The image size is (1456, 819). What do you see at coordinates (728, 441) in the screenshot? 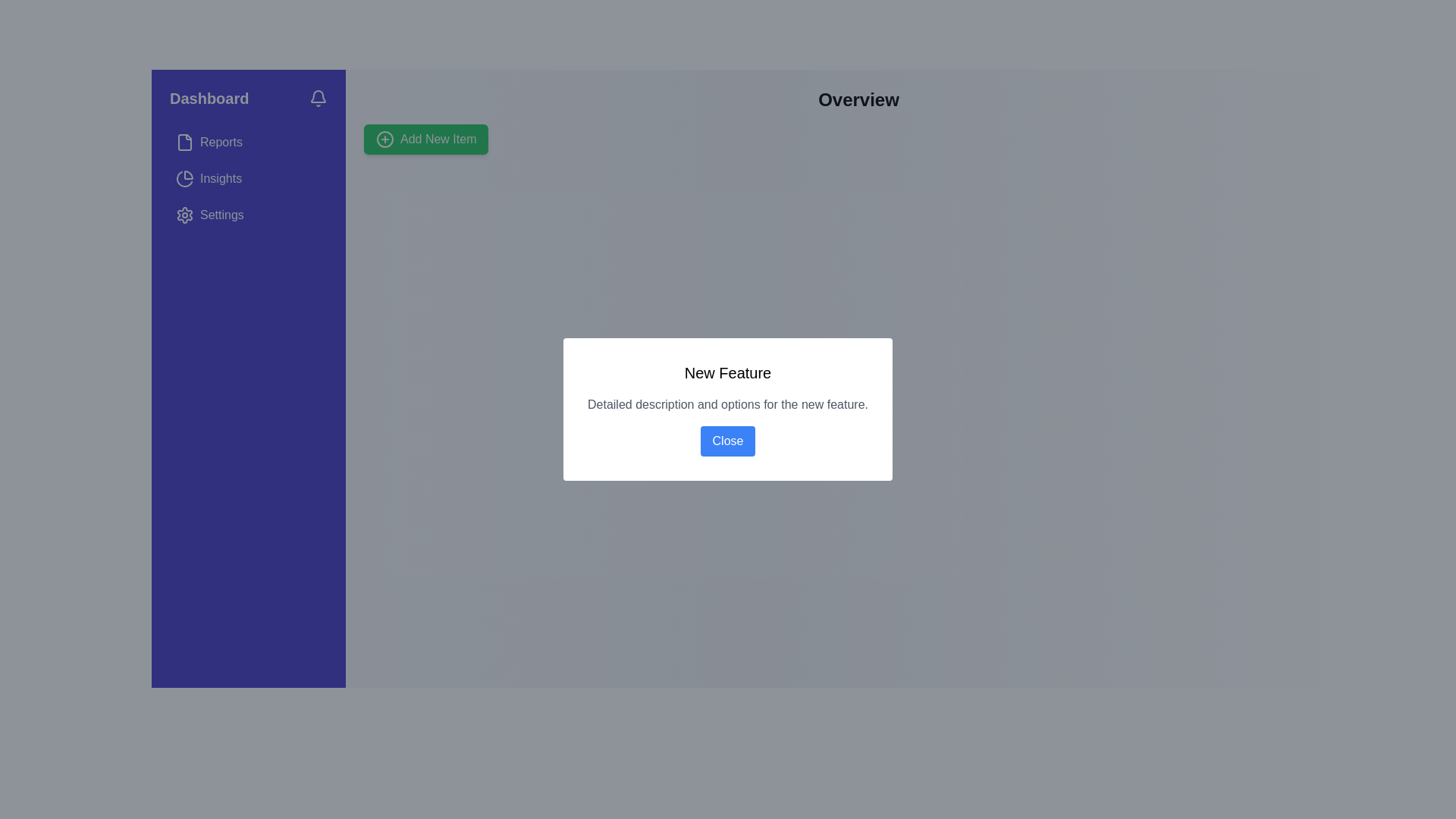
I see `the 'Close' button with a blue background and white text to observe the color change effect` at bounding box center [728, 441].